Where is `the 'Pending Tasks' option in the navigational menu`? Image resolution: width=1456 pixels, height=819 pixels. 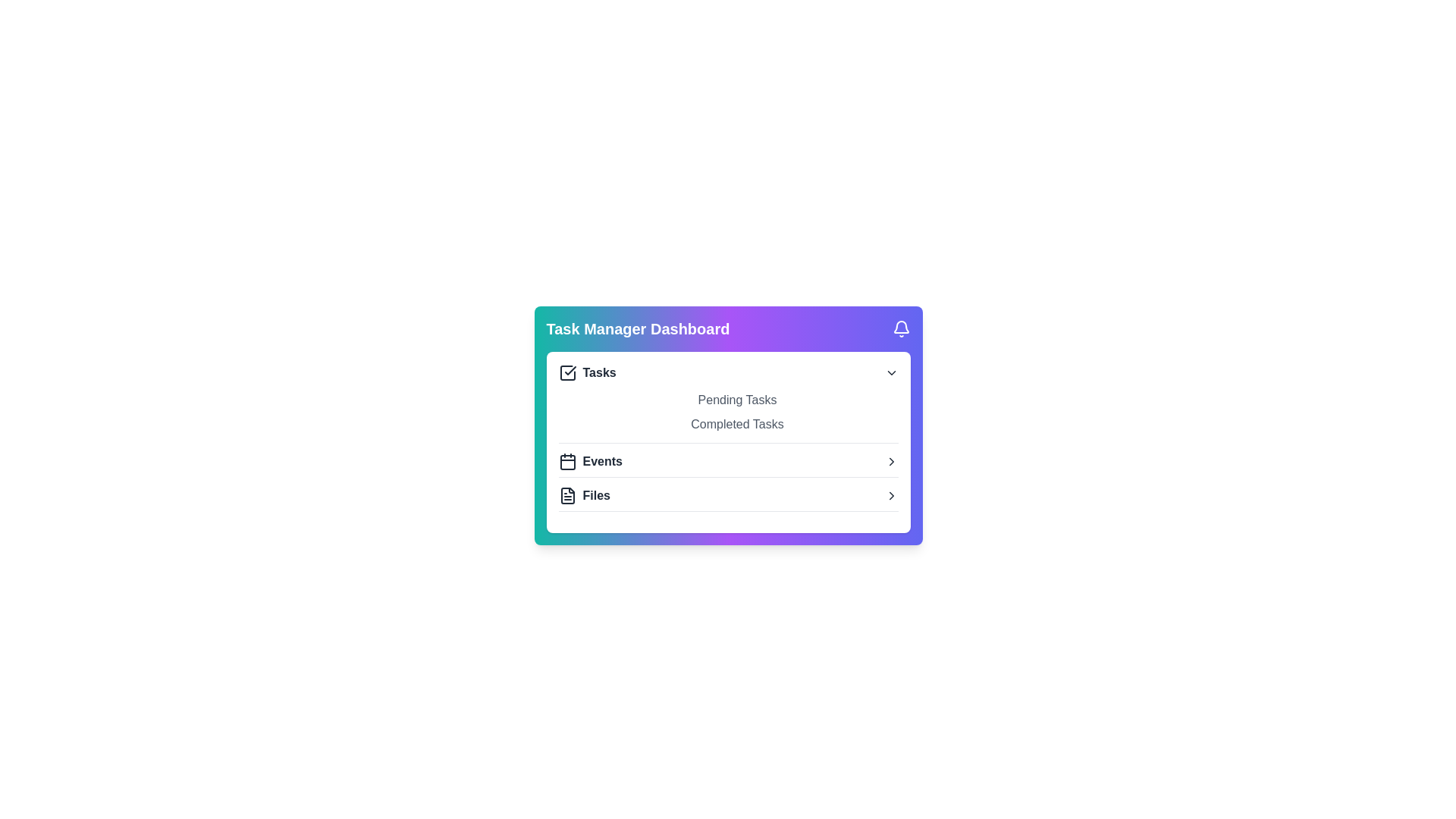 the 'Pending Tasks' option in the navigational menu is located at coordinates (728, 412).